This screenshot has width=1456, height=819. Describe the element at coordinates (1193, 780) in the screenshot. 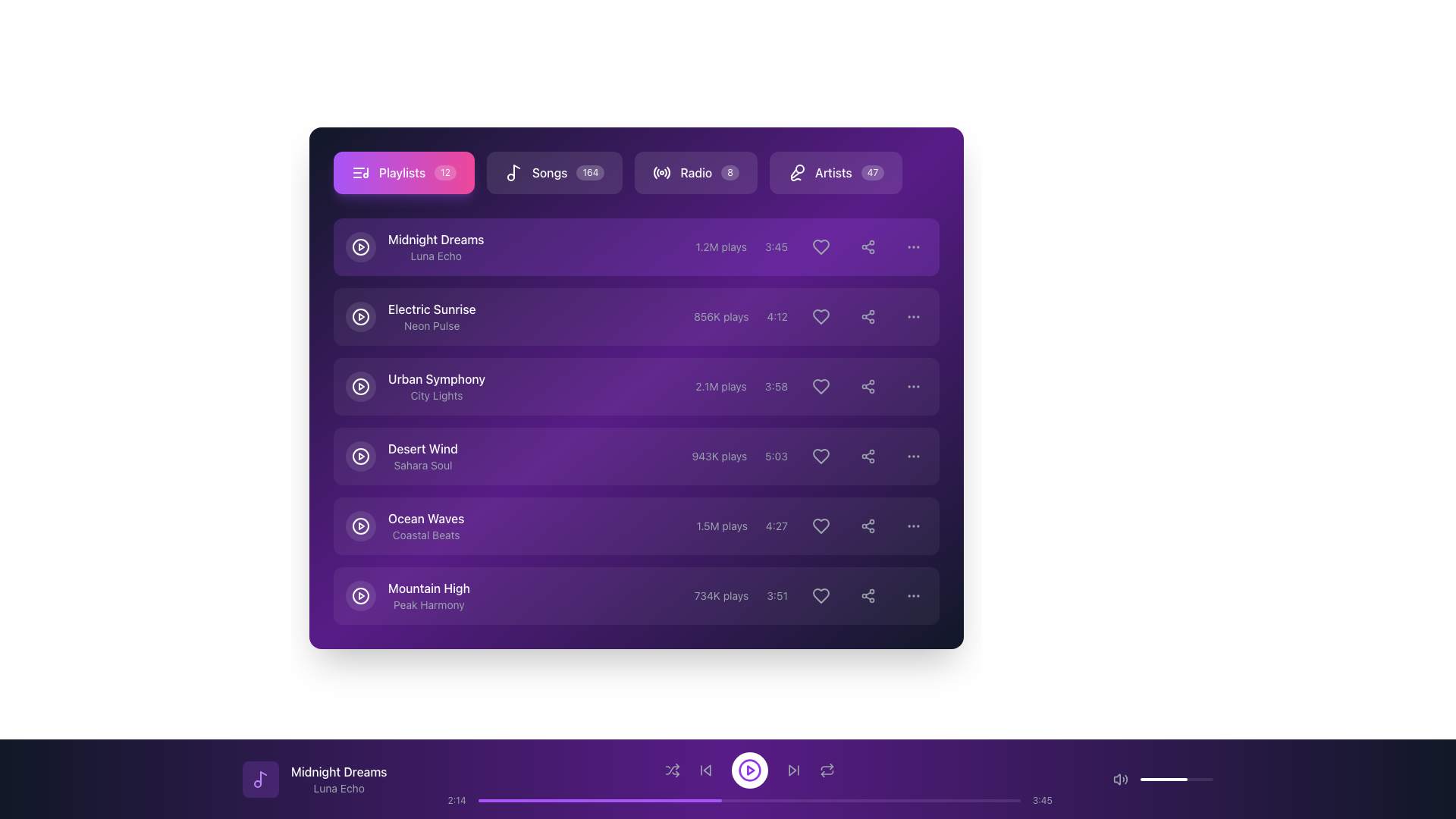

I see `the volume level` at that location.